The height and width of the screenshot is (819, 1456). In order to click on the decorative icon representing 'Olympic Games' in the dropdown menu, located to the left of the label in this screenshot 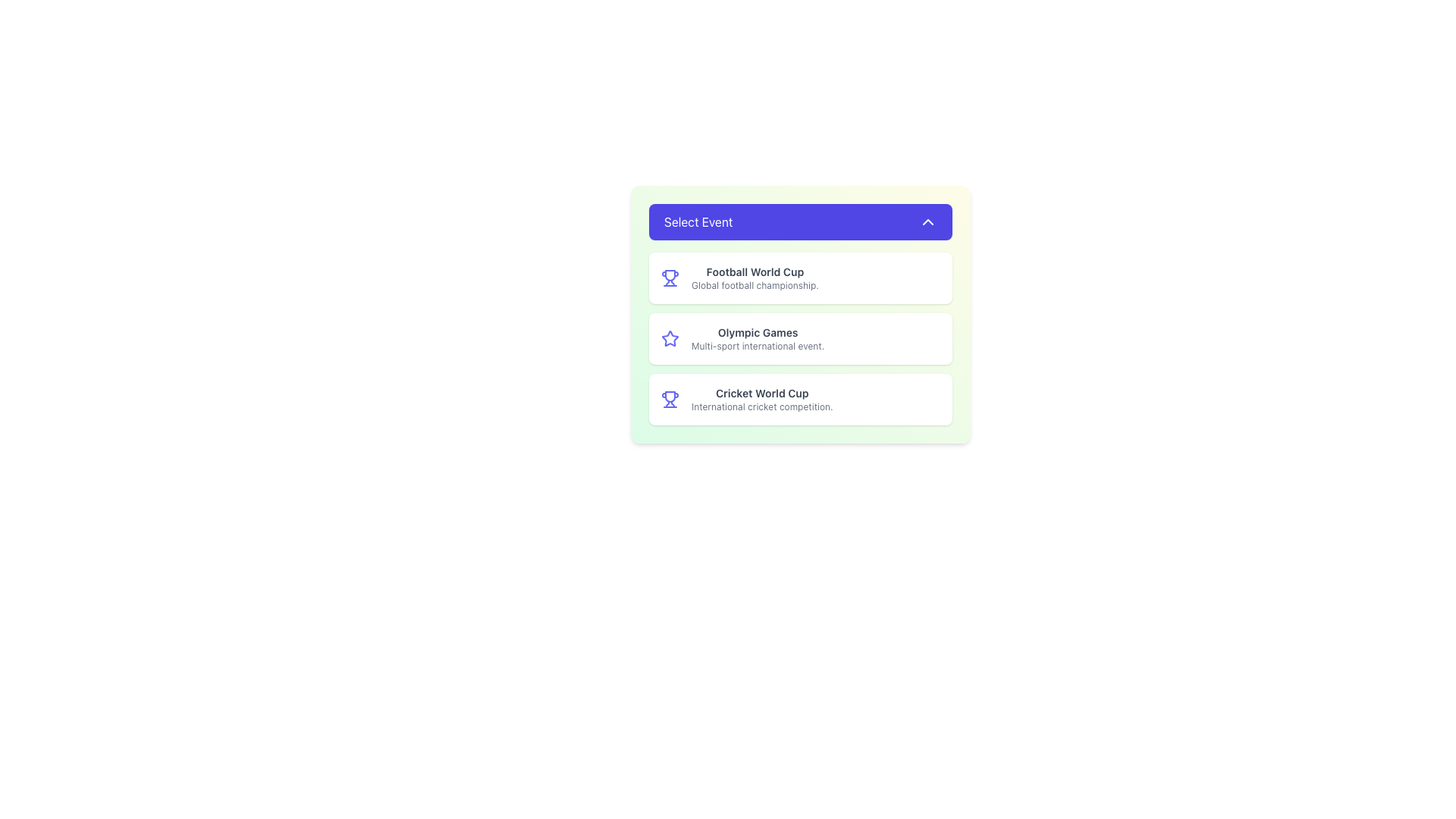, I will do `click(669, 337)`.